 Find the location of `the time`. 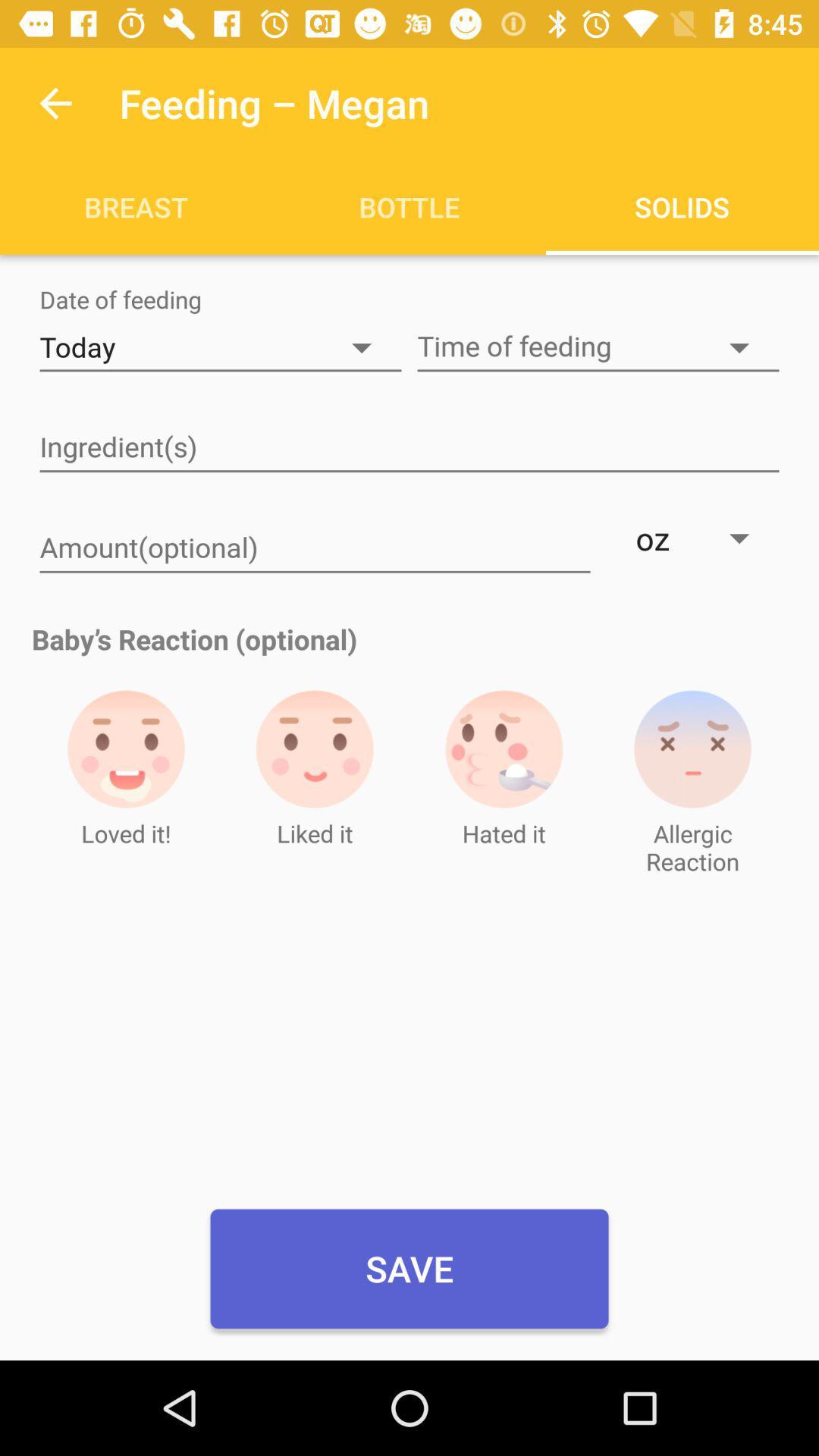

the time is located at coordinates (598, 347).